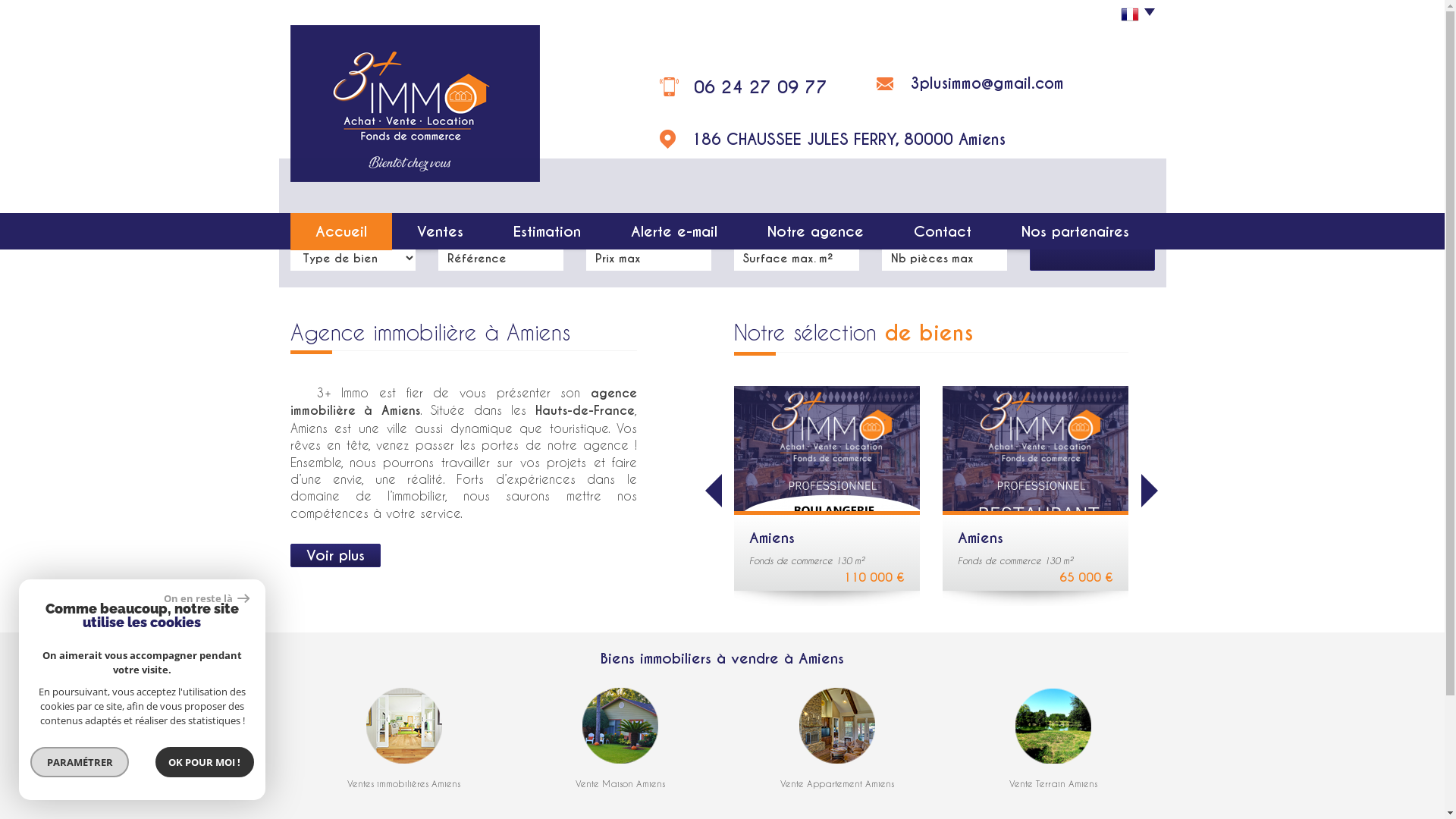 This screenshot has height=819, width=1456. Describe the element at coordinates (620, 783) in the screenshot. I see `'Vente Maison Amiens'` at that location.